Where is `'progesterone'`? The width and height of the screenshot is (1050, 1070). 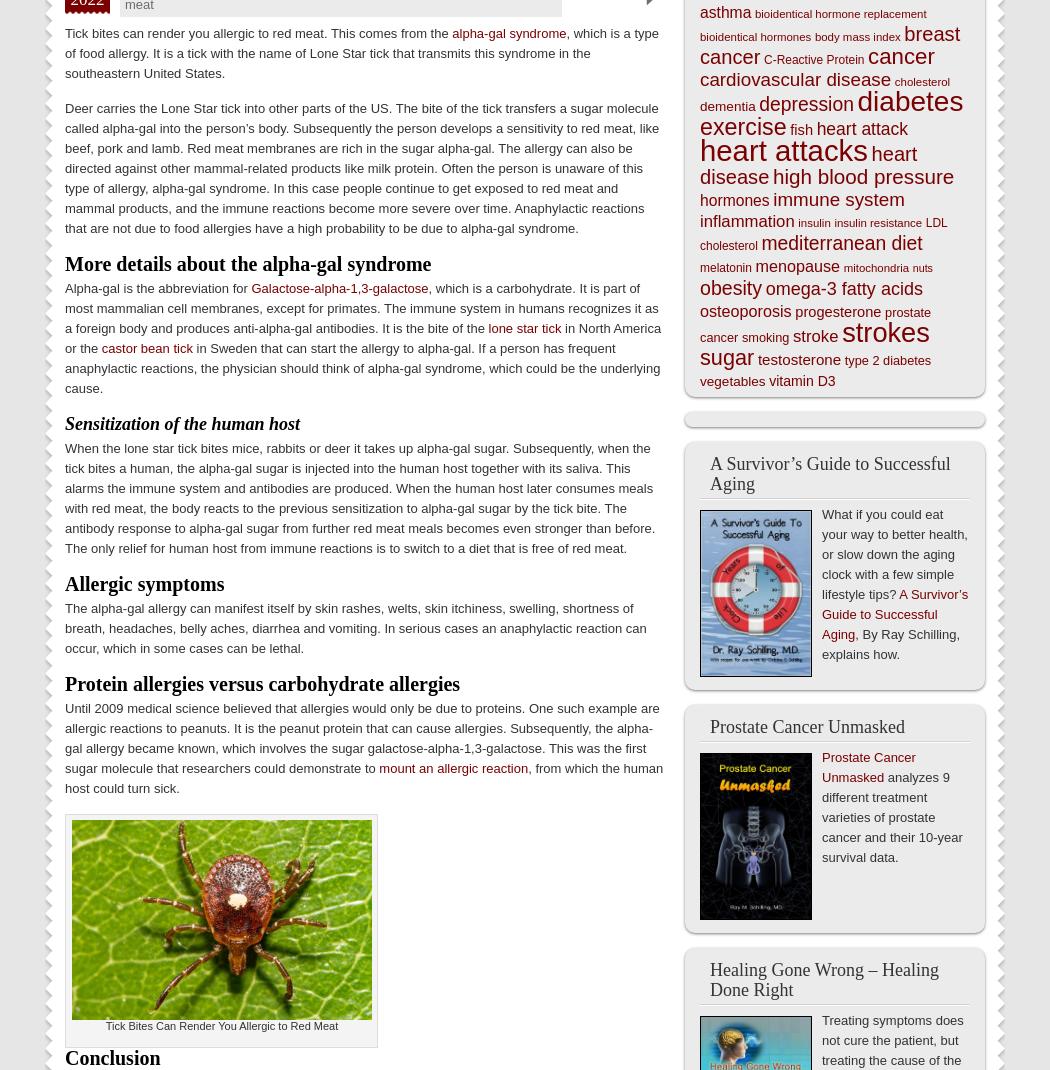 'progesterone' is located at coordinates (838, 312).